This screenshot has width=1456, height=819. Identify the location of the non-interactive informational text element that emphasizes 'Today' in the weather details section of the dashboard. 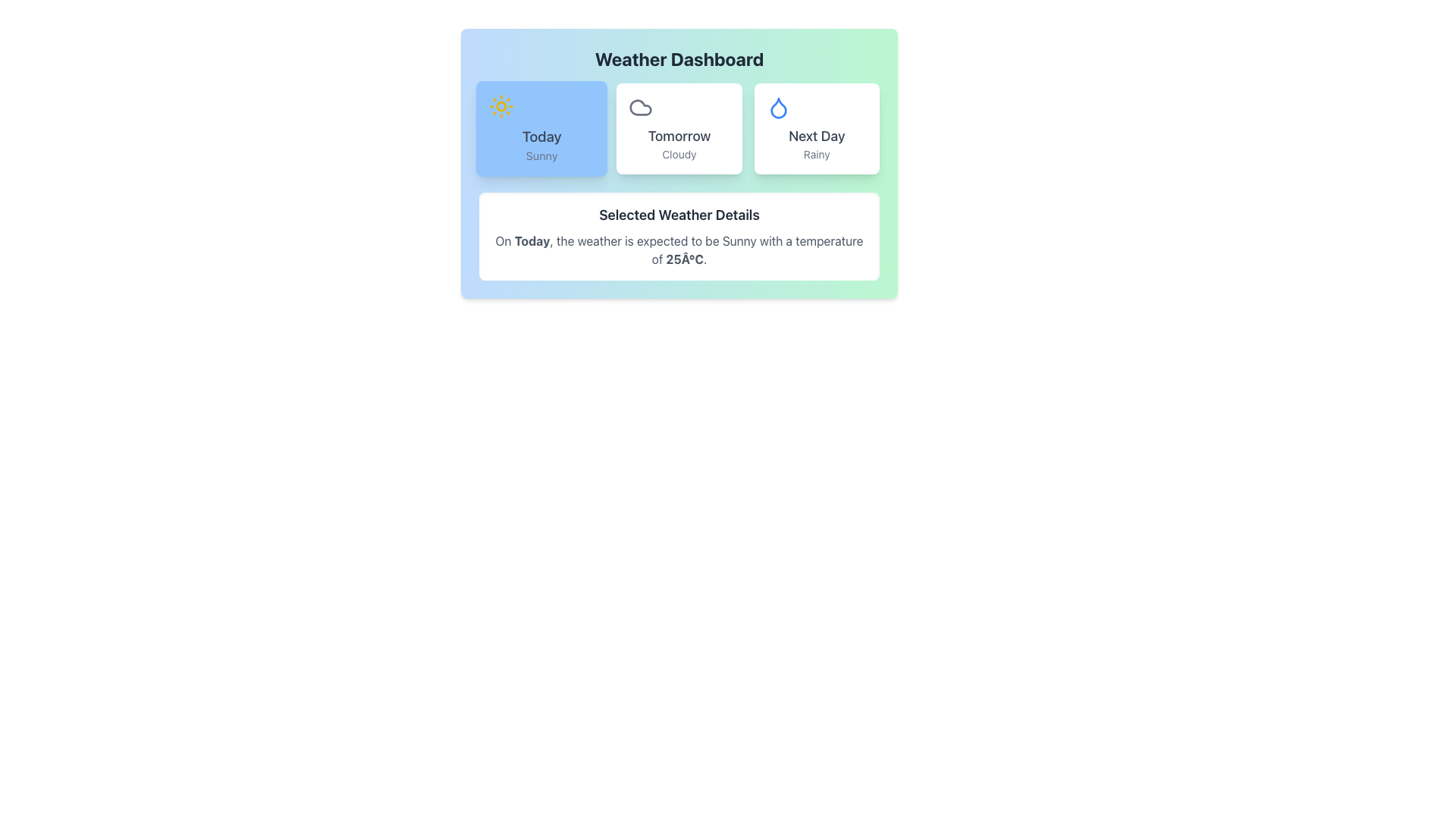
(532, 240).